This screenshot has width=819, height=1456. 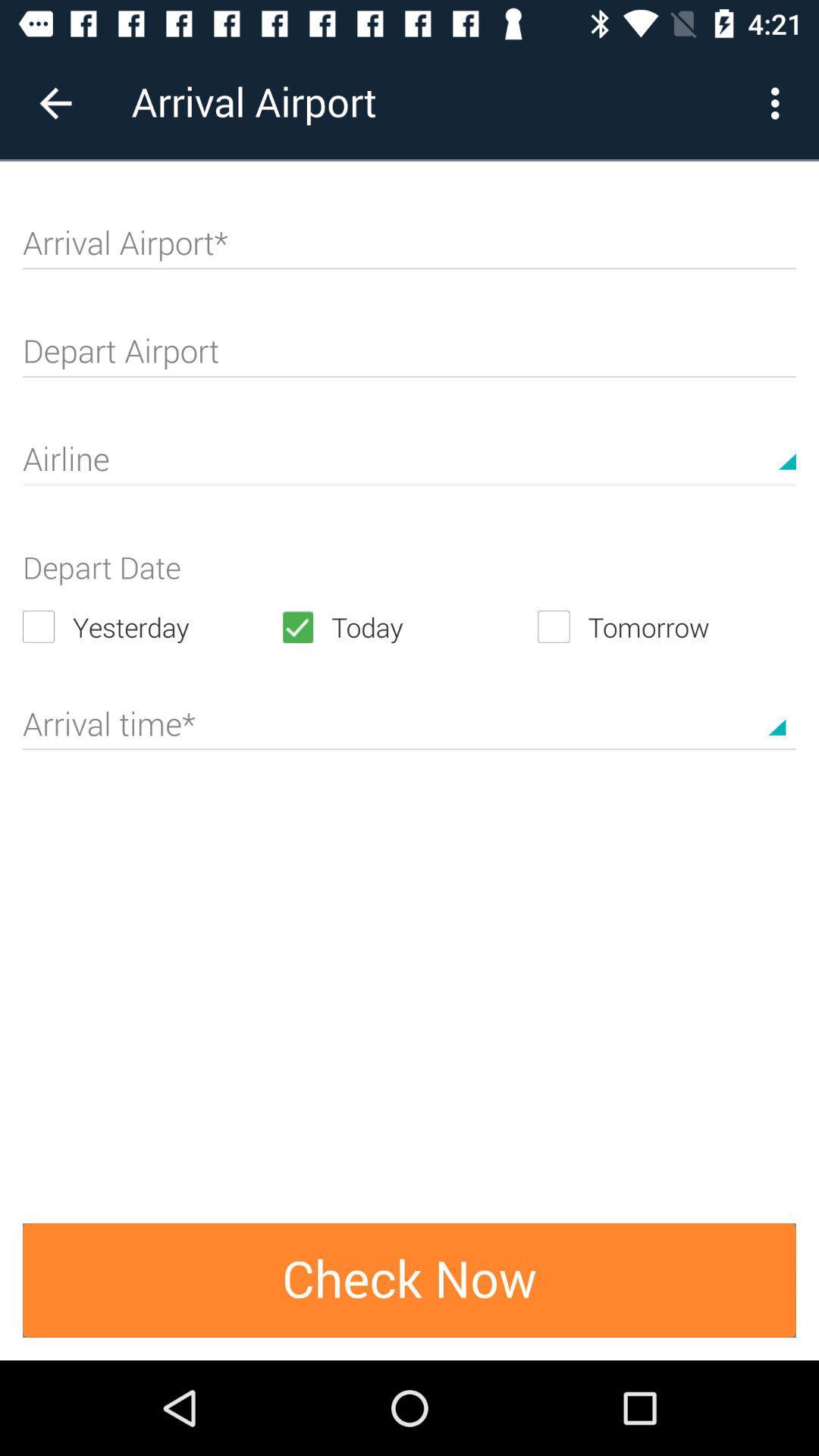 I want to click on the yesterday icon, so click(x=151, y=626).